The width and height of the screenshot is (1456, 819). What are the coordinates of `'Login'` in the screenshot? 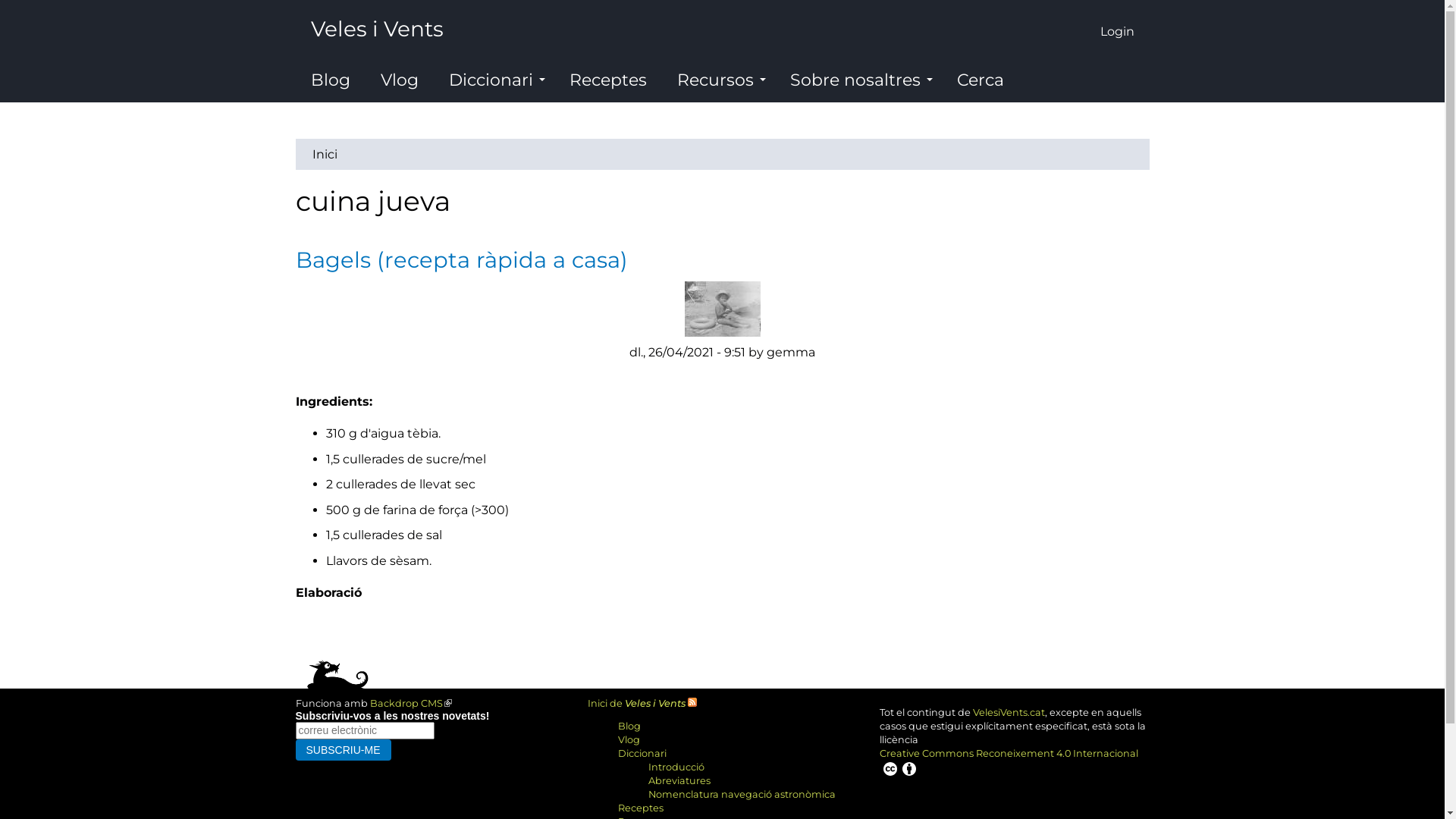 It's located at (1116, 26).